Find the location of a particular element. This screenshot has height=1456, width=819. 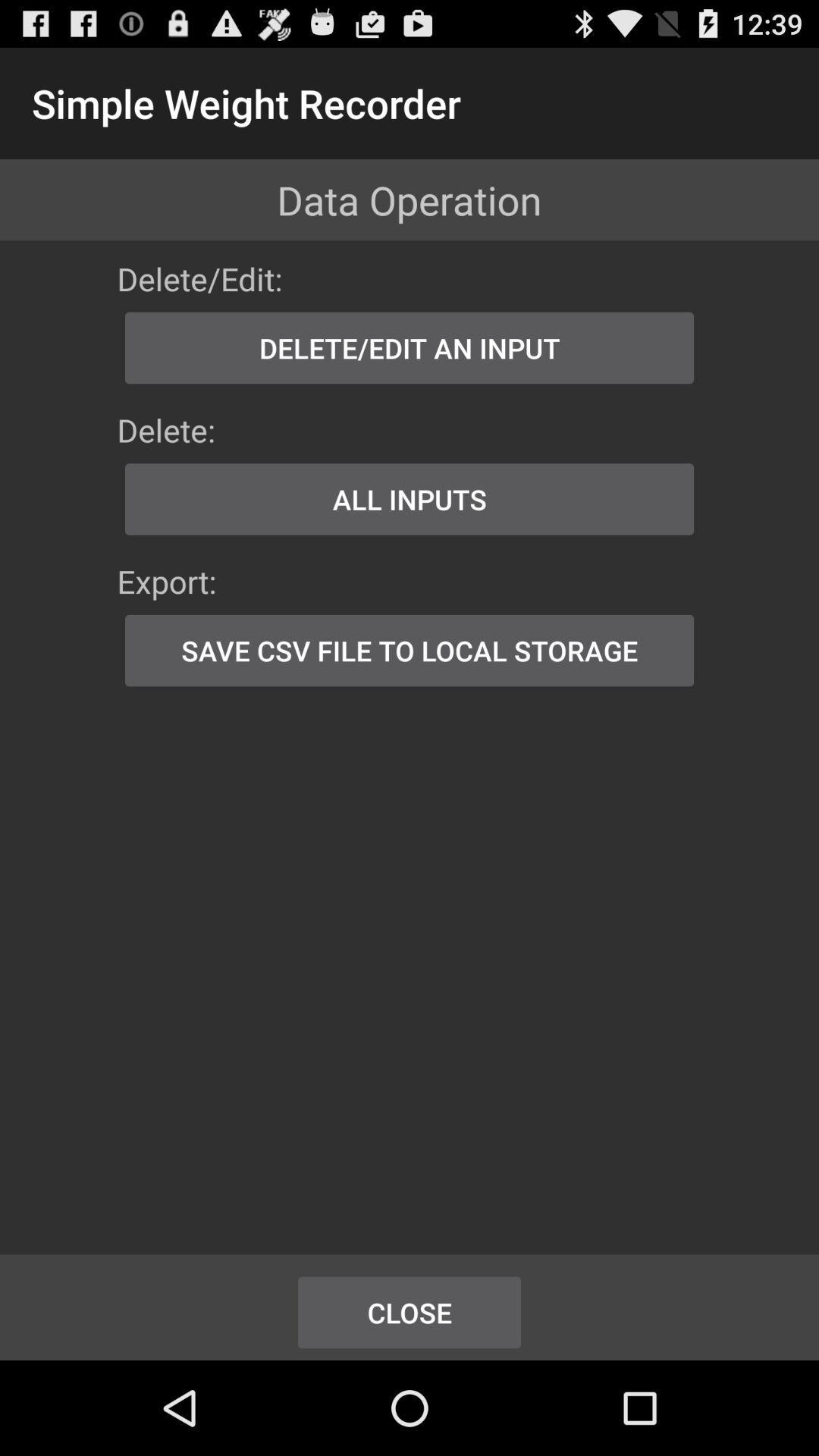

the save csv file icon is located at coordinates (409, 651).